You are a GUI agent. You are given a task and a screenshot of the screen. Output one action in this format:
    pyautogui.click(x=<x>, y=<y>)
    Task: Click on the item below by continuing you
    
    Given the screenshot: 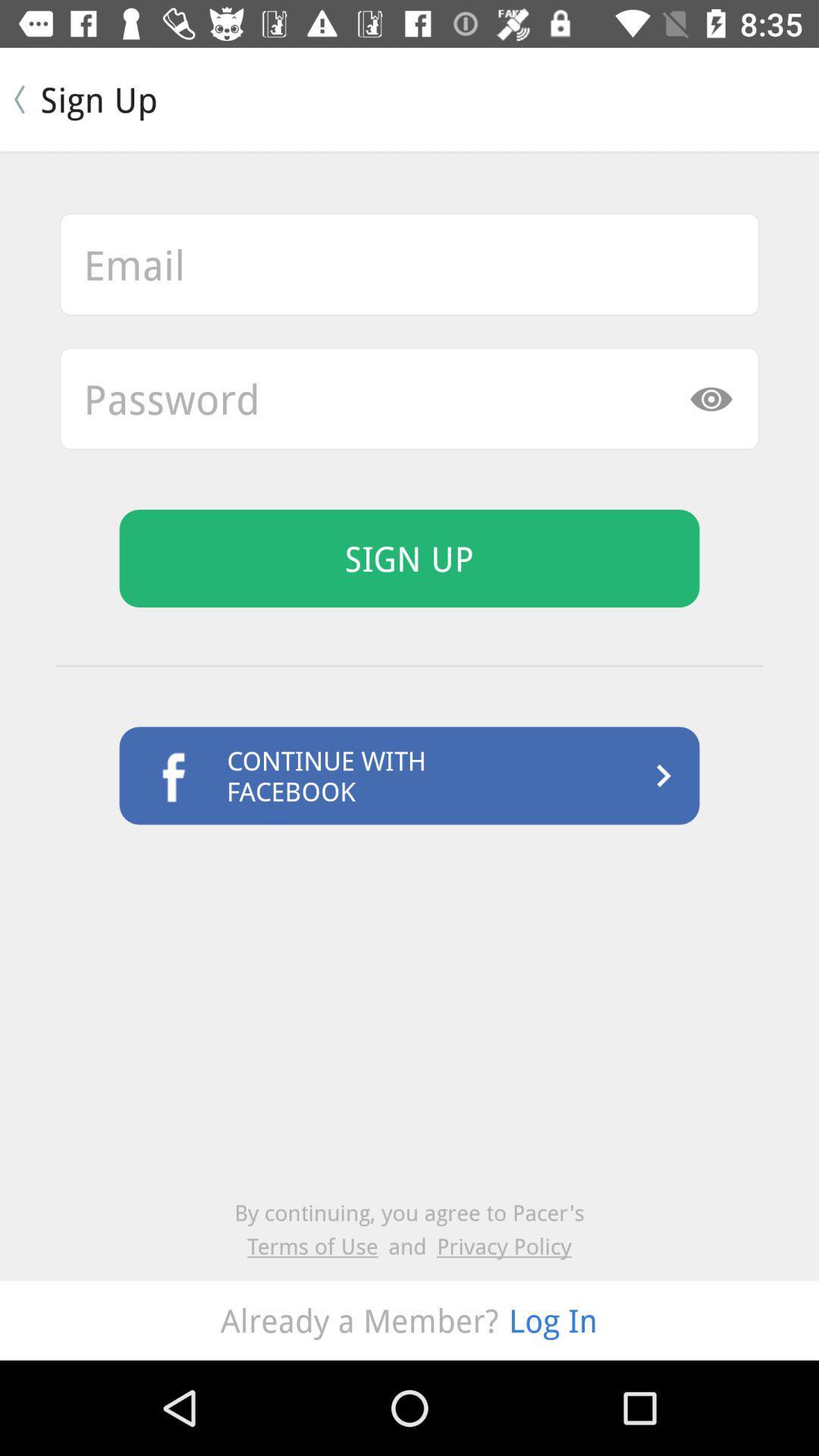 What is the action you would take?
    pyautogui.click(x=504, y=1246)
    